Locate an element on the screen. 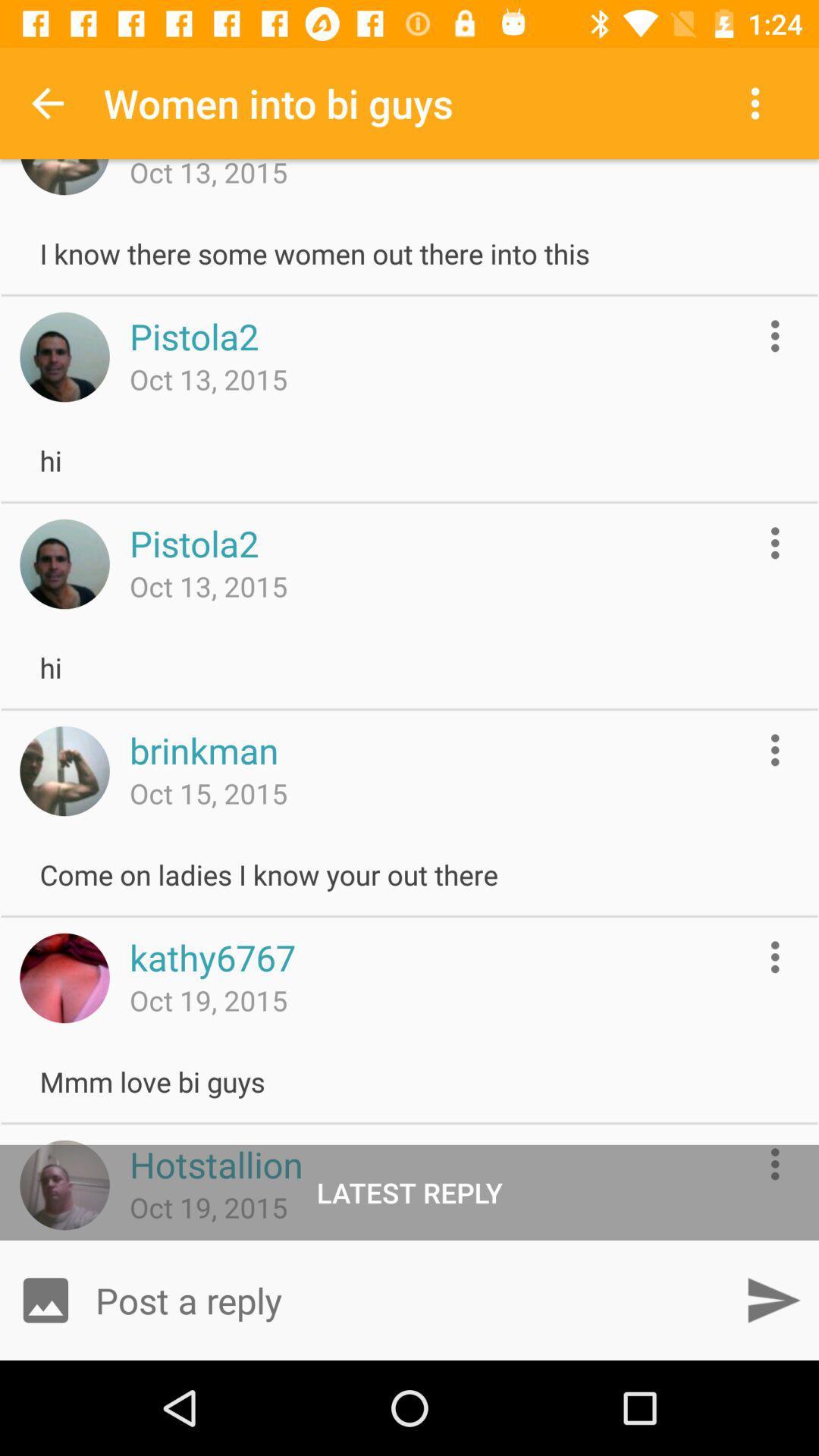  profile picture is located at coordinates (64, 356).